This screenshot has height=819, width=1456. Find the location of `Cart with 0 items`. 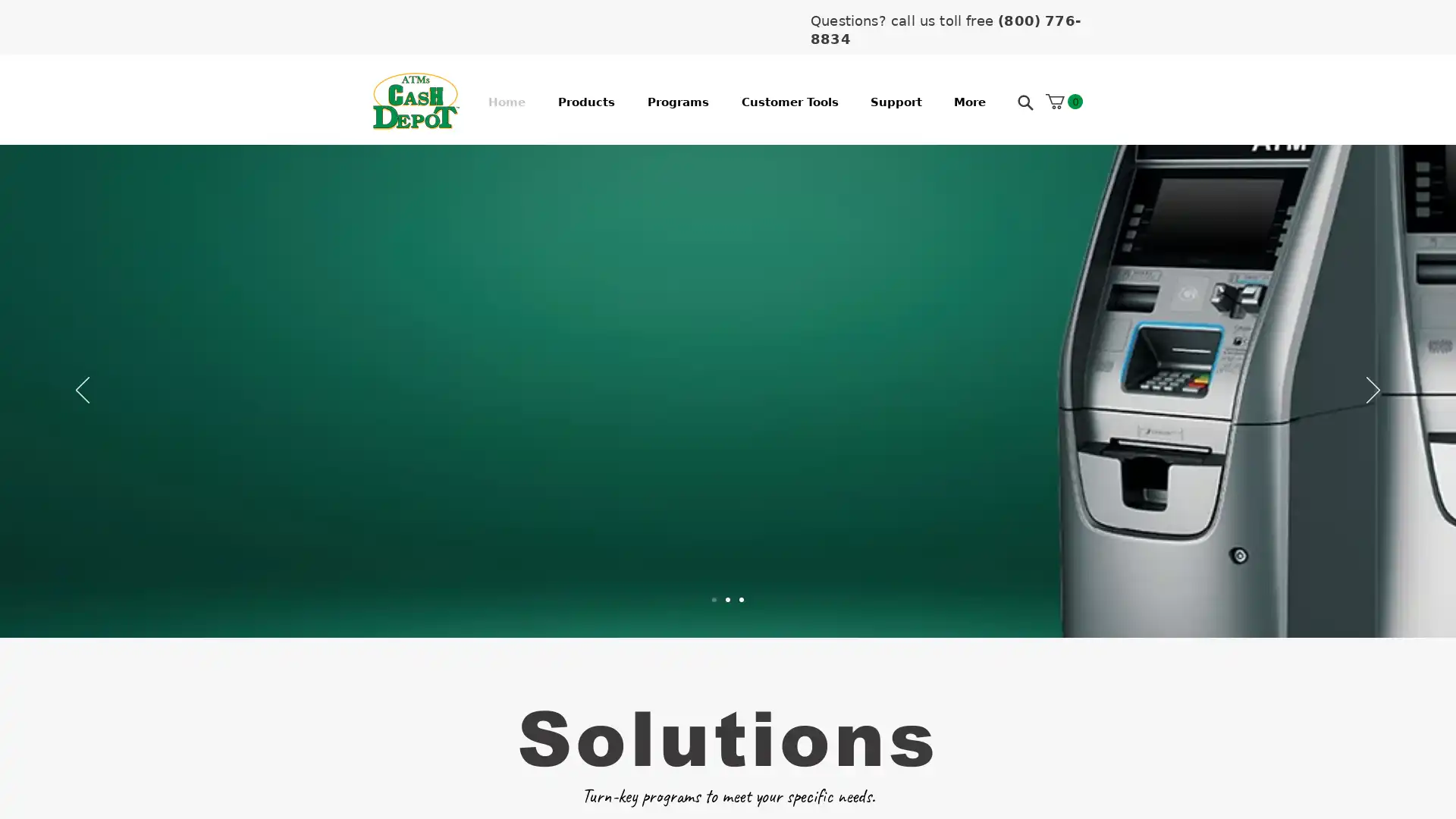

Cart with 0 items is located at coordinates (1063, 101).